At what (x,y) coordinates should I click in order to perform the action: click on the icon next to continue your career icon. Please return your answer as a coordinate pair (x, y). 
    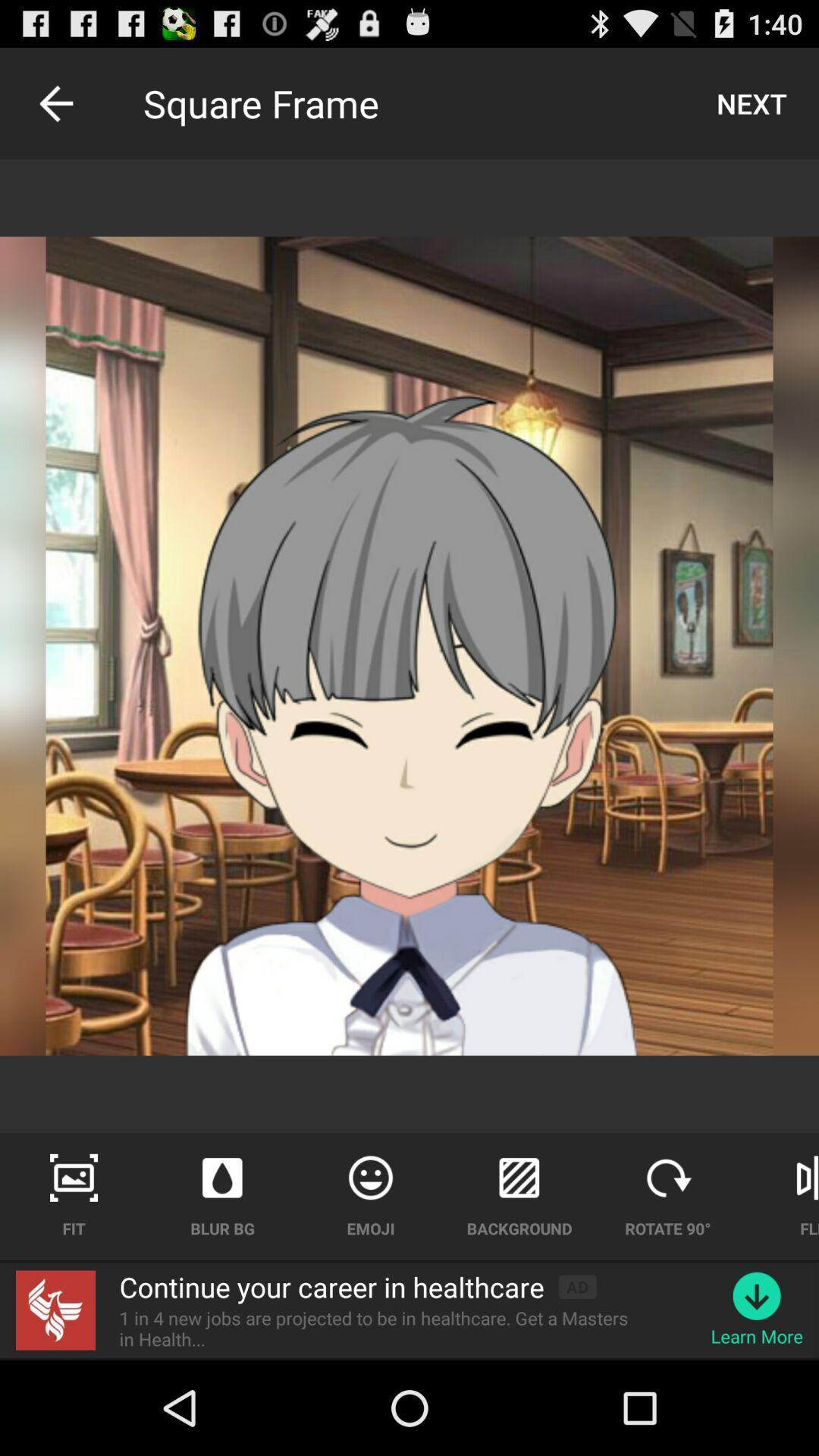
    Looking at the image, I should click on (55, 1310).